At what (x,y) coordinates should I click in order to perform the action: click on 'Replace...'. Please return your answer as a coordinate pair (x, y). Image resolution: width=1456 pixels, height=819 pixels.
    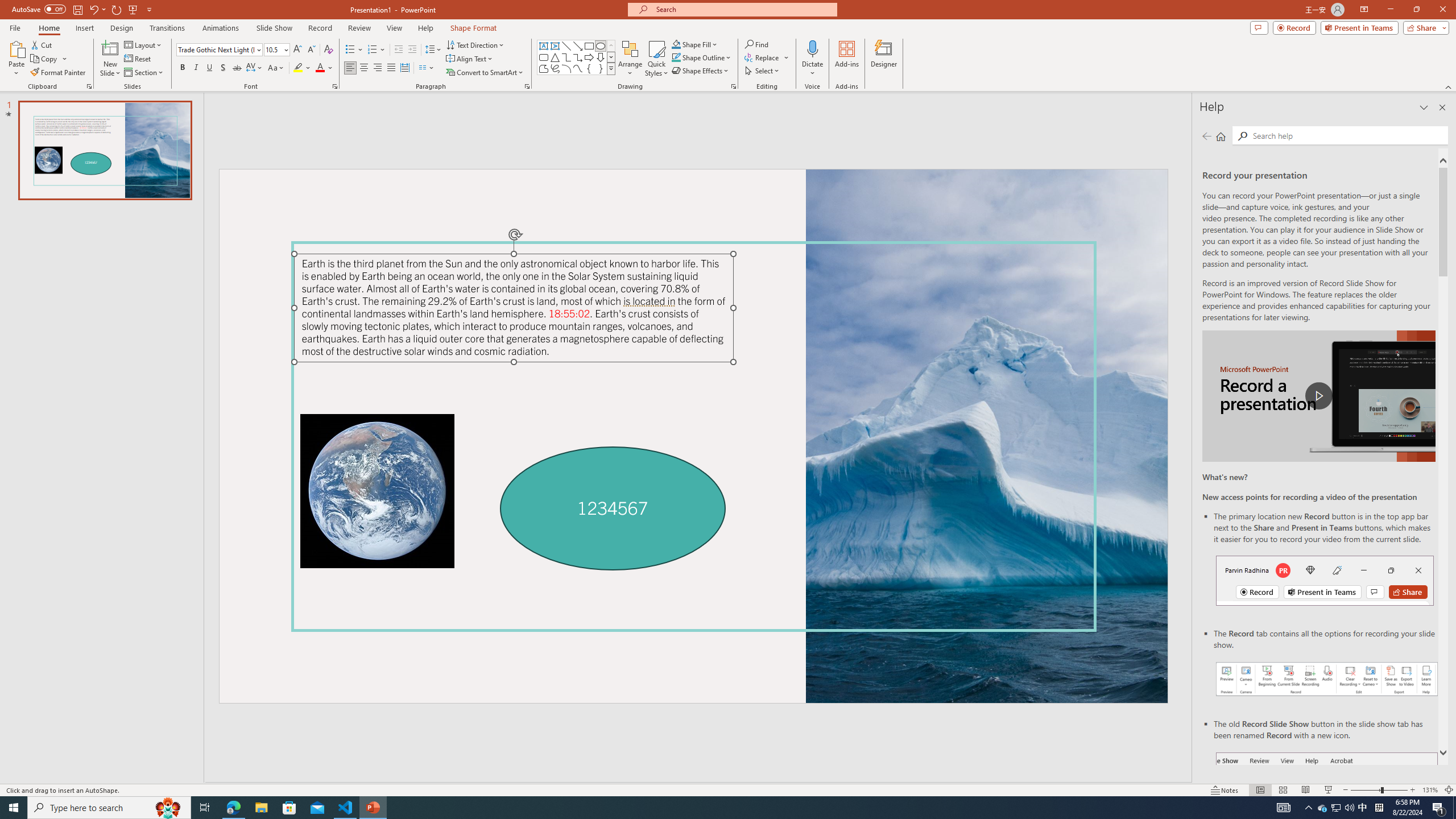
    Looking at the image, I should click on (767, 56).